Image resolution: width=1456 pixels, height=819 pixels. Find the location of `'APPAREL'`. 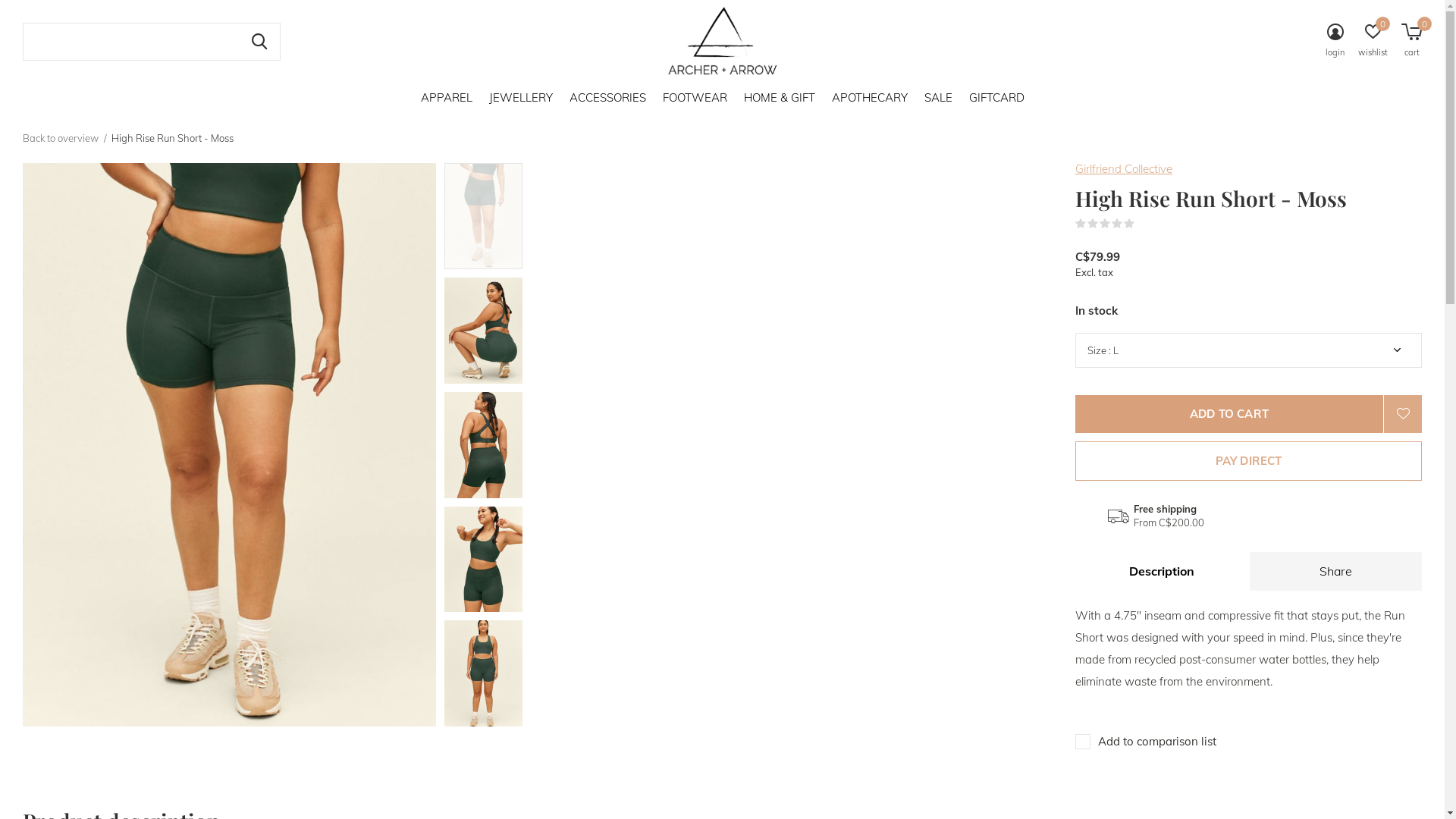

'APPAREL' is located at coordinates (445, 96).